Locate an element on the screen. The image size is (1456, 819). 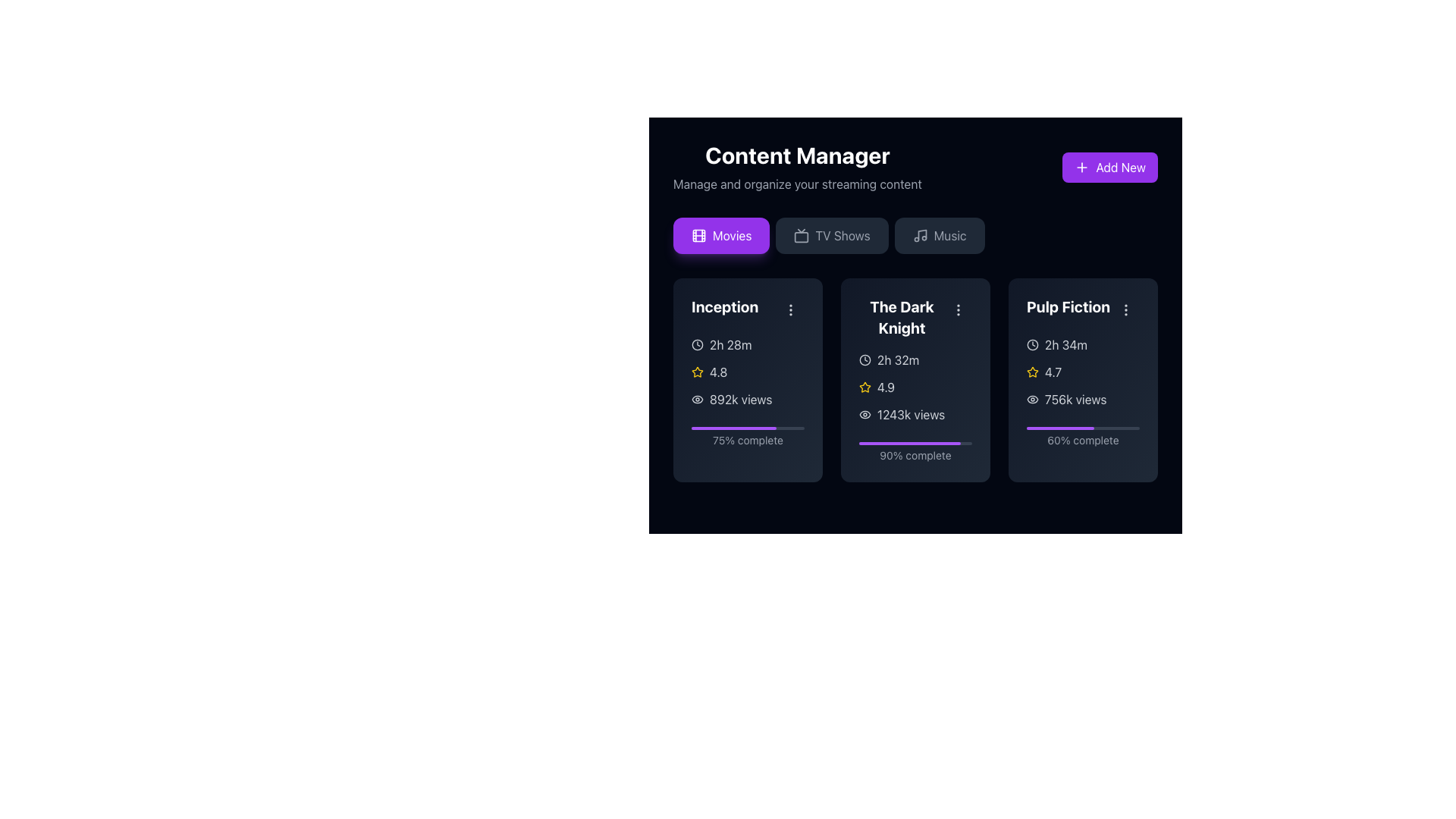
the text label displaying '756k views' located in the third column of the movie 'Pulp Fiction' content card, positioned below the star rating and eye icon is located at coordinates (1075, 399).